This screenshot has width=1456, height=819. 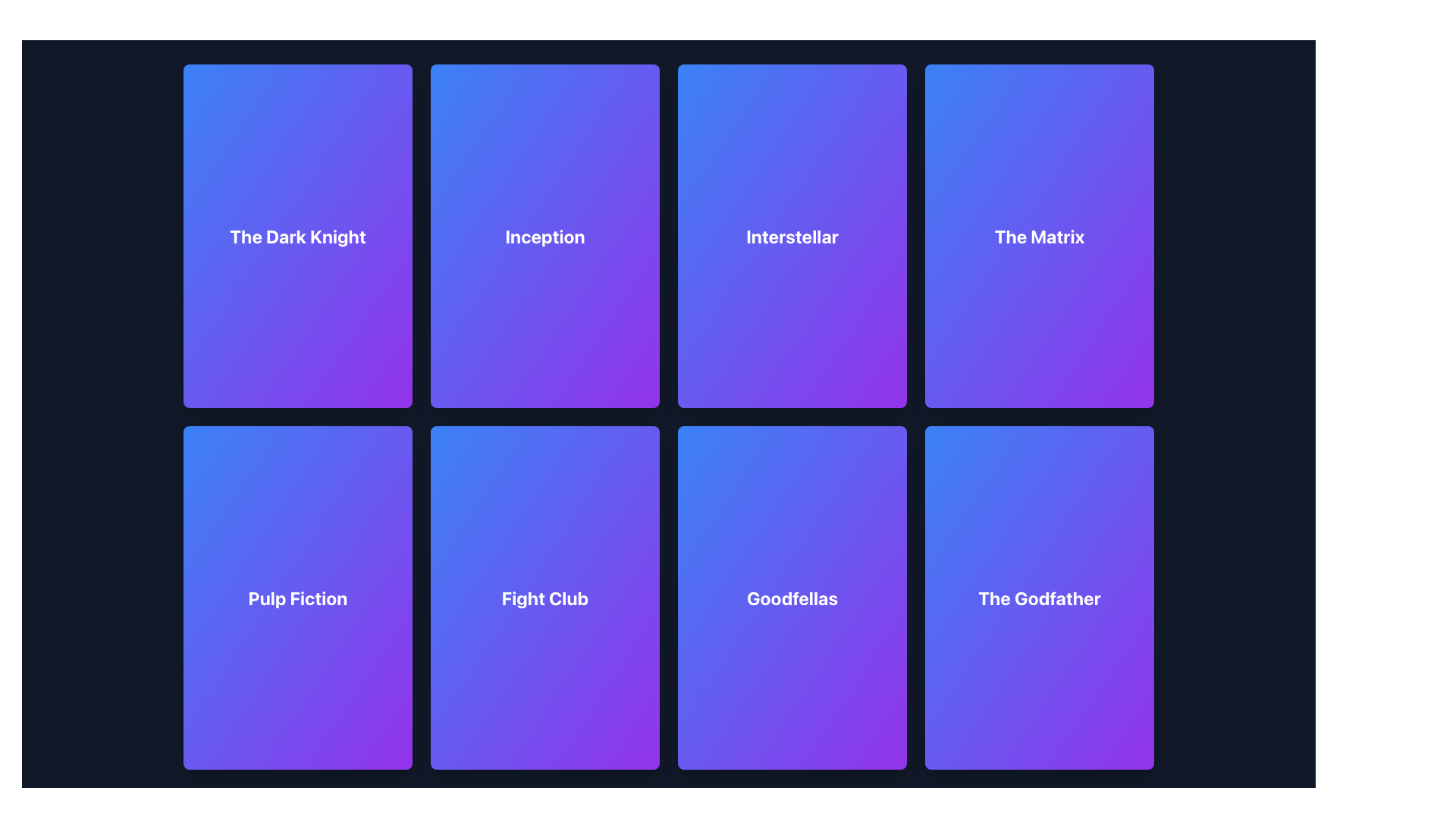 I want to click on the bold text 'Interstellar' displayed in white, so click(x=792, y=236).